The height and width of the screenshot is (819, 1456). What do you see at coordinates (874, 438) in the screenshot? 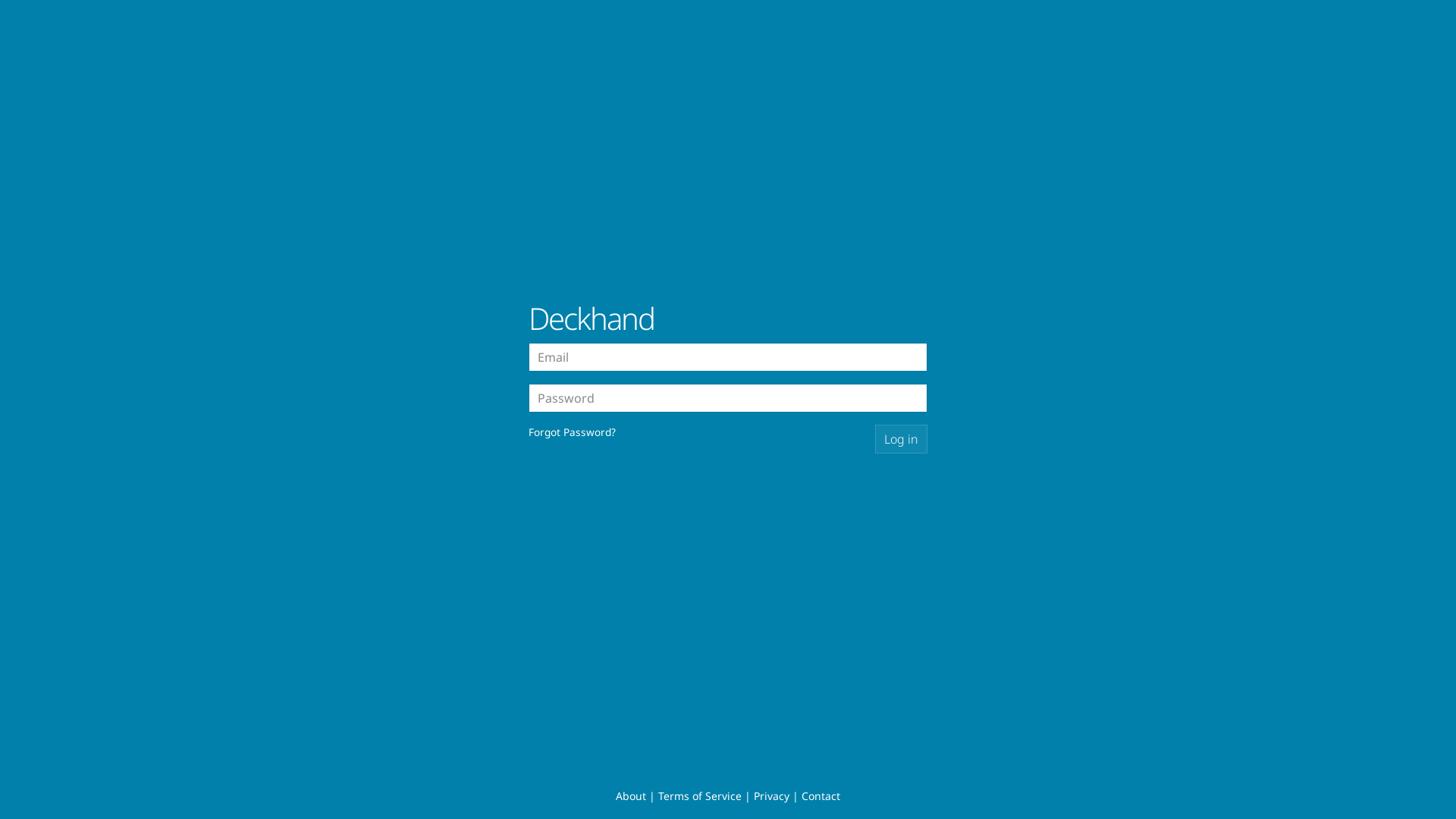
I see `'Log in'` at bounding box center [874, 438].